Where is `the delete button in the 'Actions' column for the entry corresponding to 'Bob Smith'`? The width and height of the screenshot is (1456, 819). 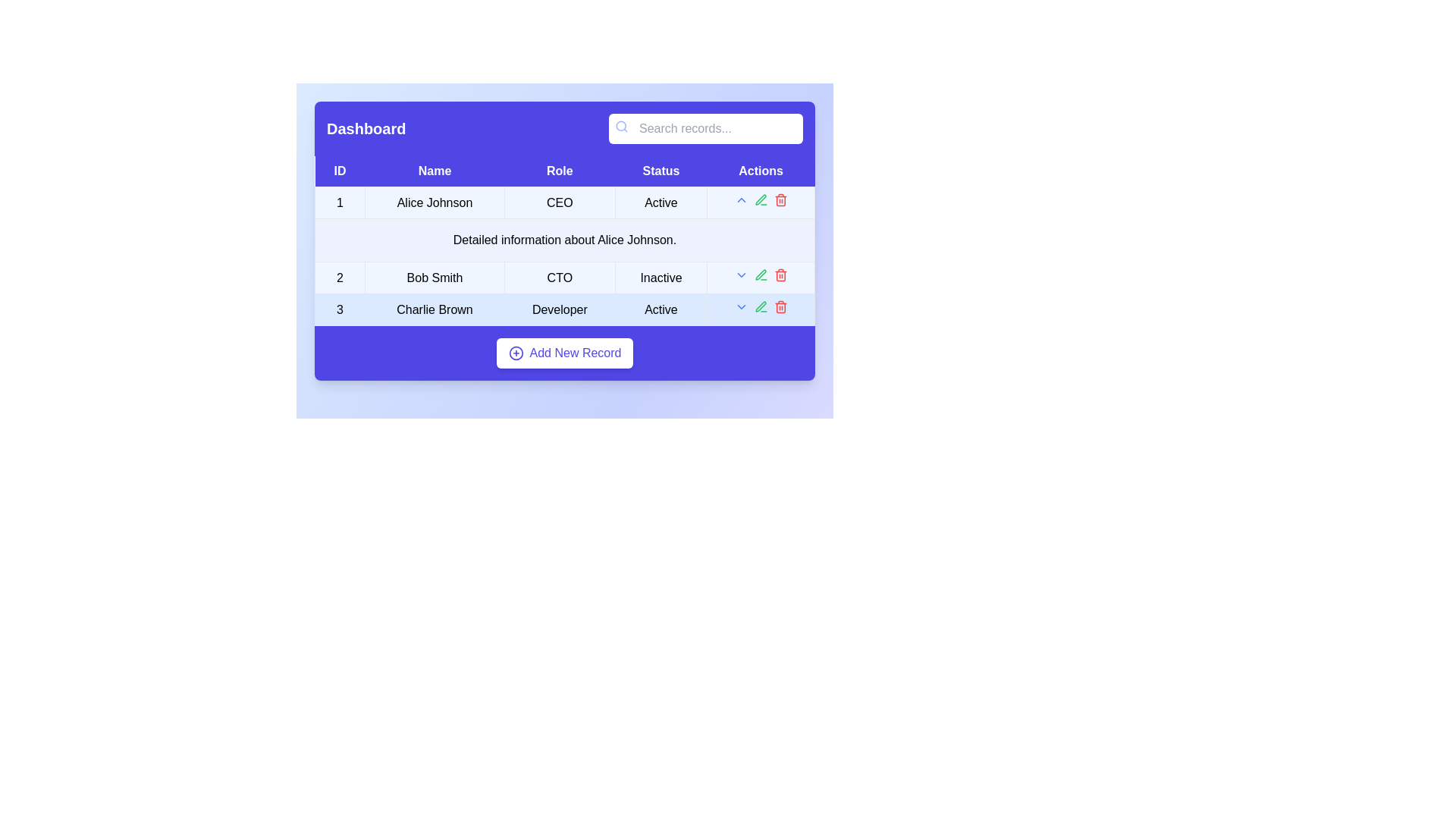 the delete button in the 'Actions' column for the entry corresponding to 'Bob Smith' is located at coordinates (780, 275).